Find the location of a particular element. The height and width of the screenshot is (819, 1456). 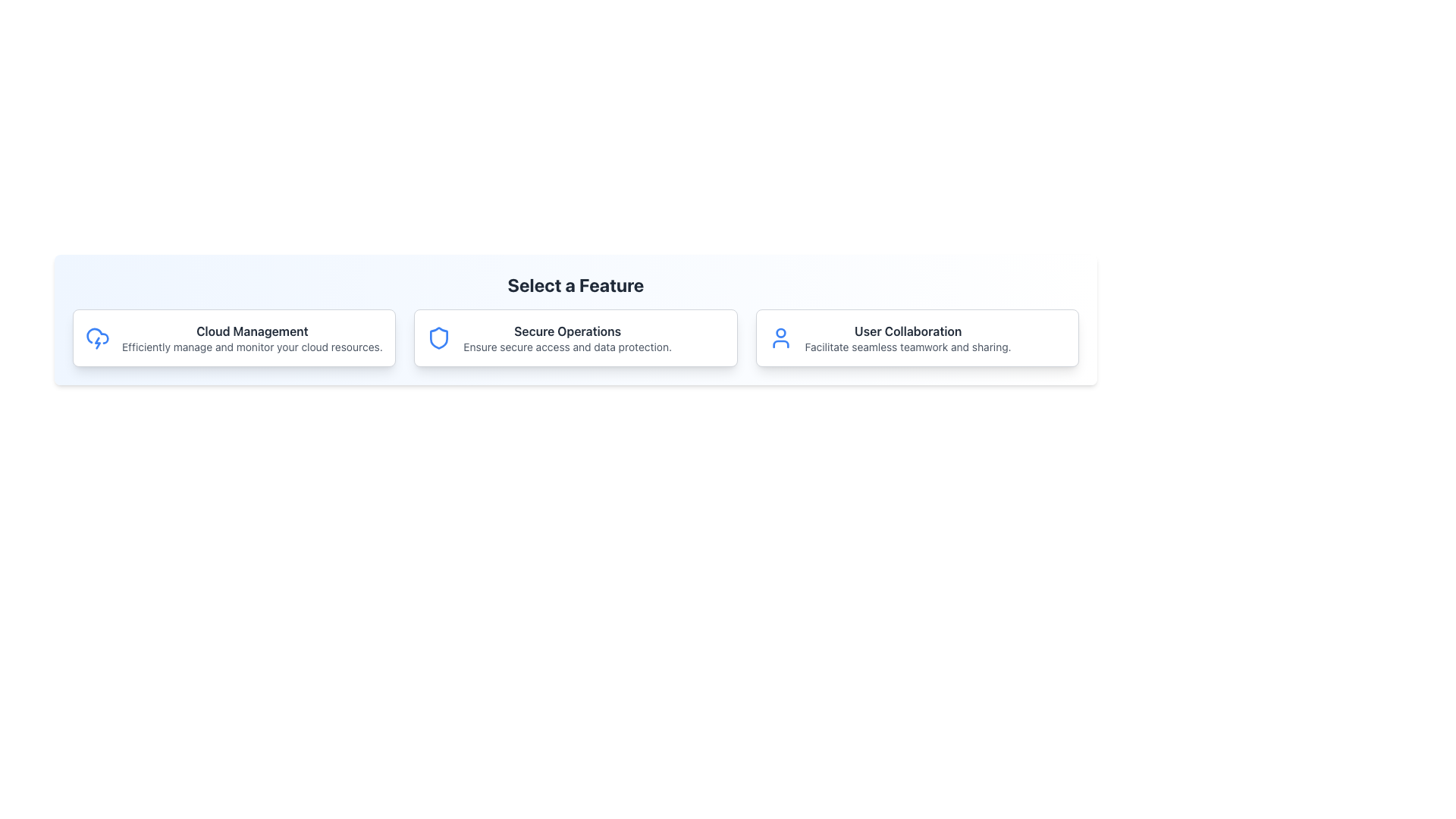

the Text Label that describes the 'User Collaboration' feature, positioned below the title text in the rightmost card of the feature list is located at coordinates (908, 347).